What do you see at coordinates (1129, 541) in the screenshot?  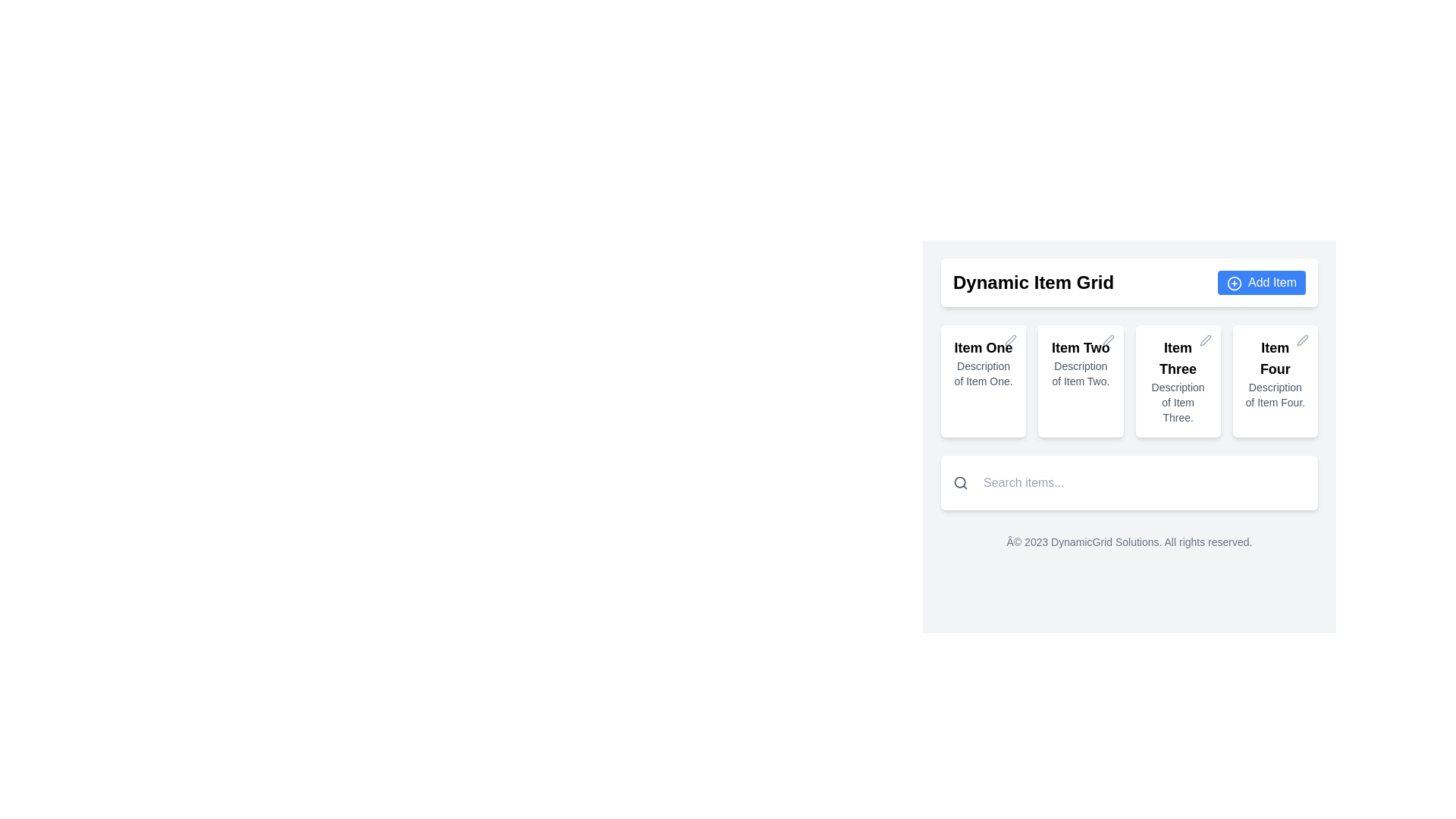 I see `the footer text that contains the phrase '© 2023 DynamicGrid Solutions. All rights reserved.', located at the bottom of the visible content beneath the search bar` at bounding box center [1129, 541].